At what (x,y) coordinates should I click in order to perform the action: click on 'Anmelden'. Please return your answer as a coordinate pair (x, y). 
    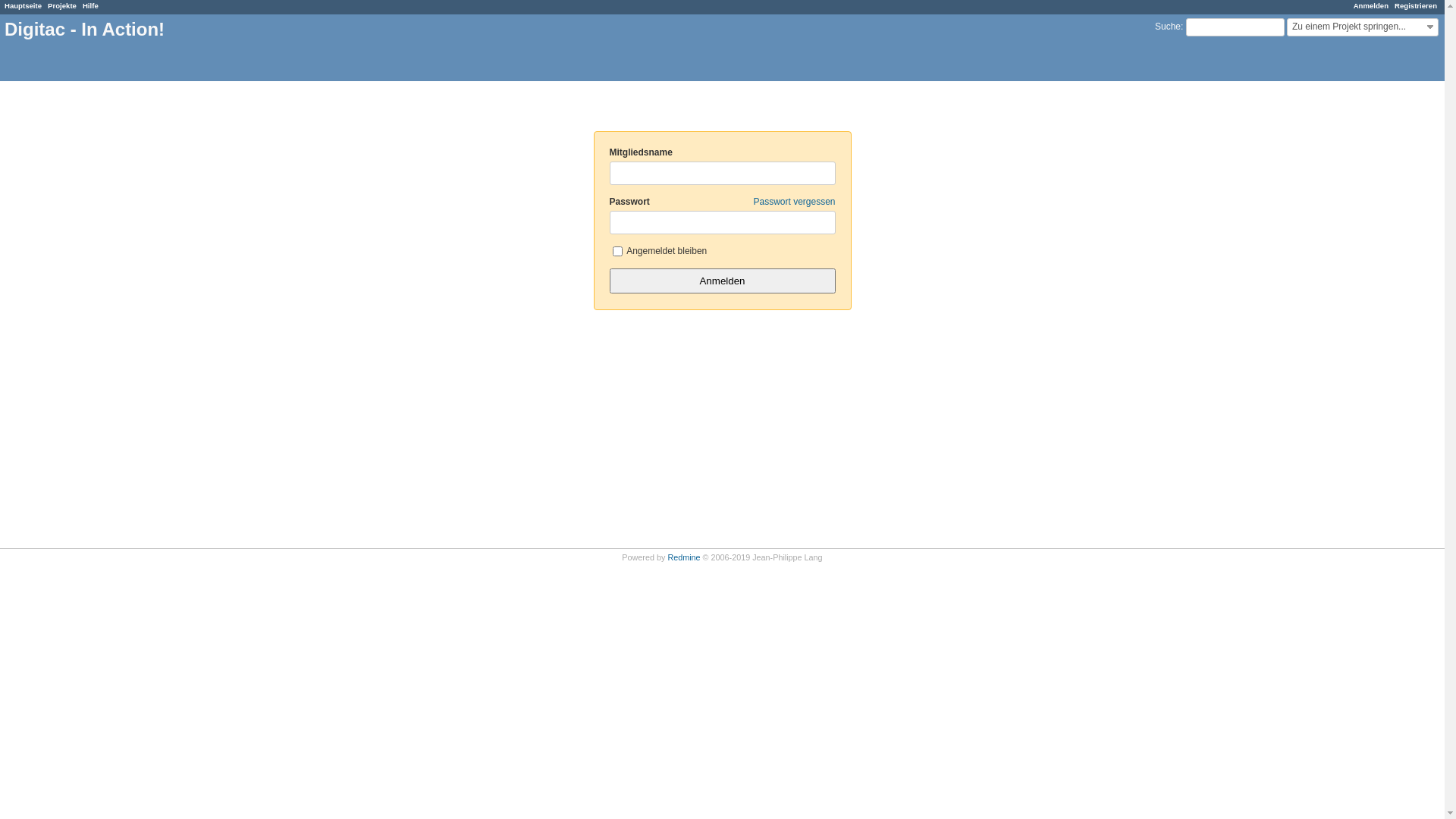
    Looking at the image, I should click on (1371, 5).